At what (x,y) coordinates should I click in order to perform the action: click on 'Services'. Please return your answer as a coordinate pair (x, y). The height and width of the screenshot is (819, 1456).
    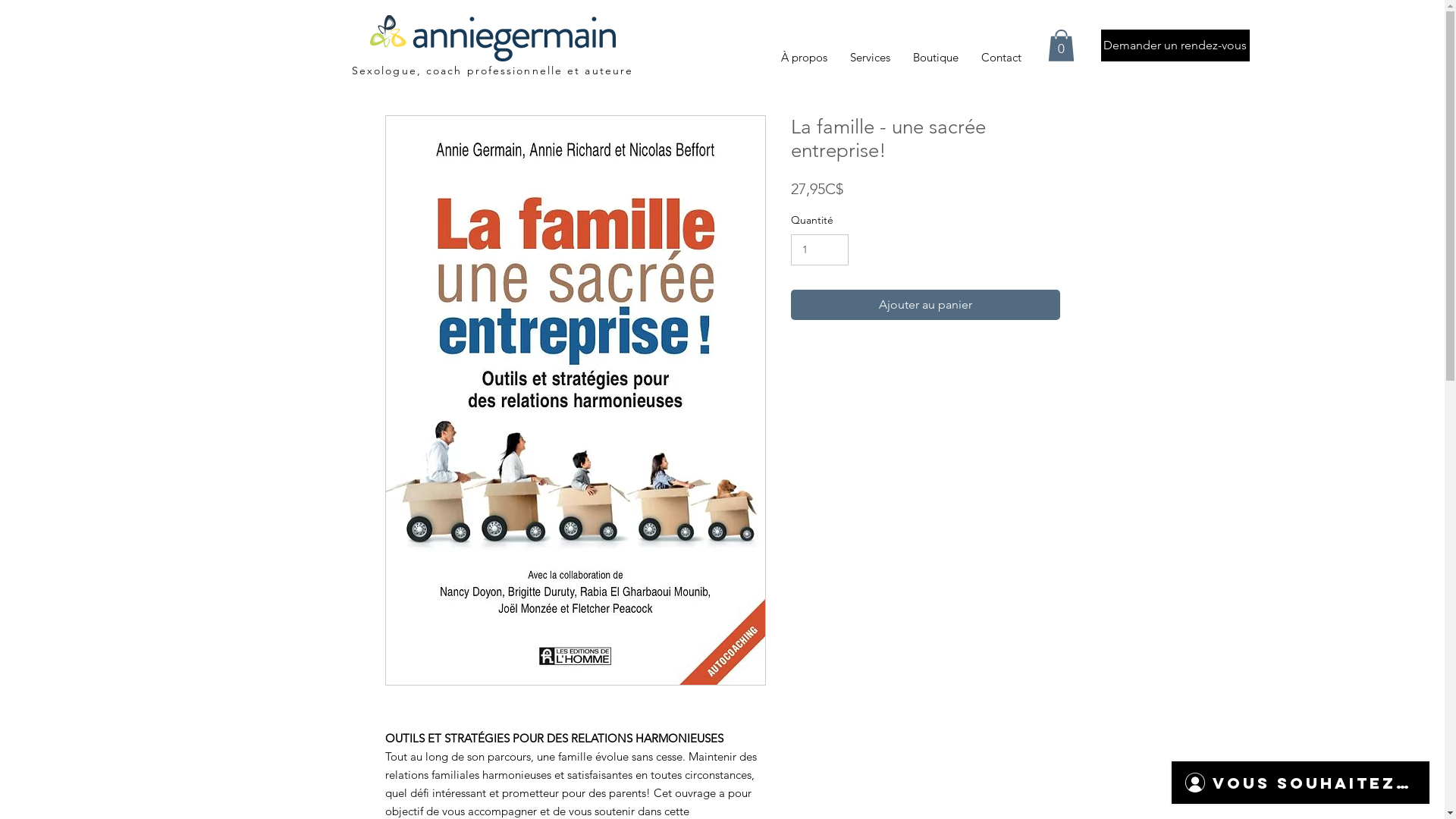
    Looking at the image, I should click on (837, 57).